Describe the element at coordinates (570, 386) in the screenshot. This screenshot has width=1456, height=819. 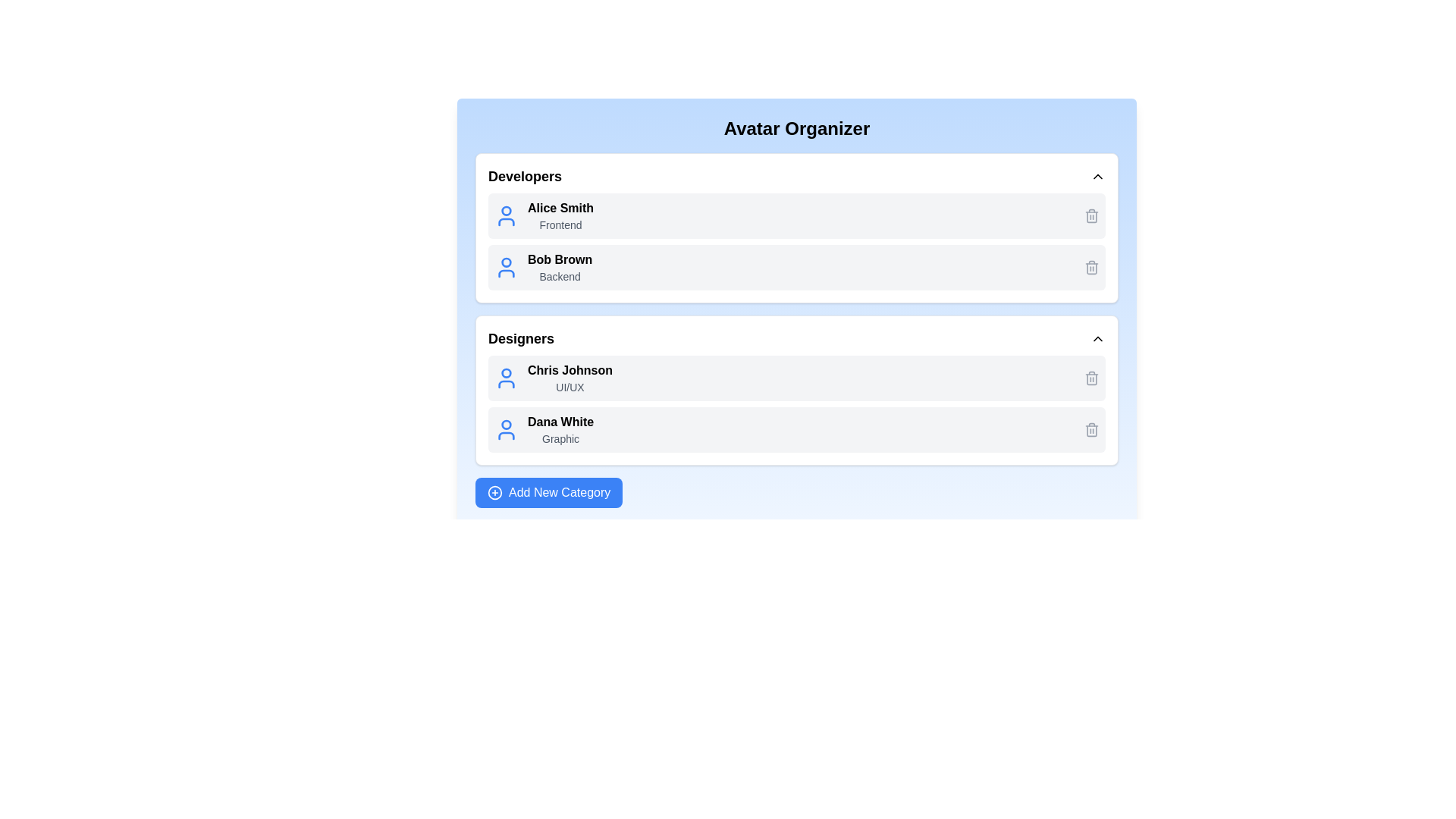
I see `the text label indicating 'UI/UX' for the individual named 'Chris Johnson' in the 'Designers' category` at that location.